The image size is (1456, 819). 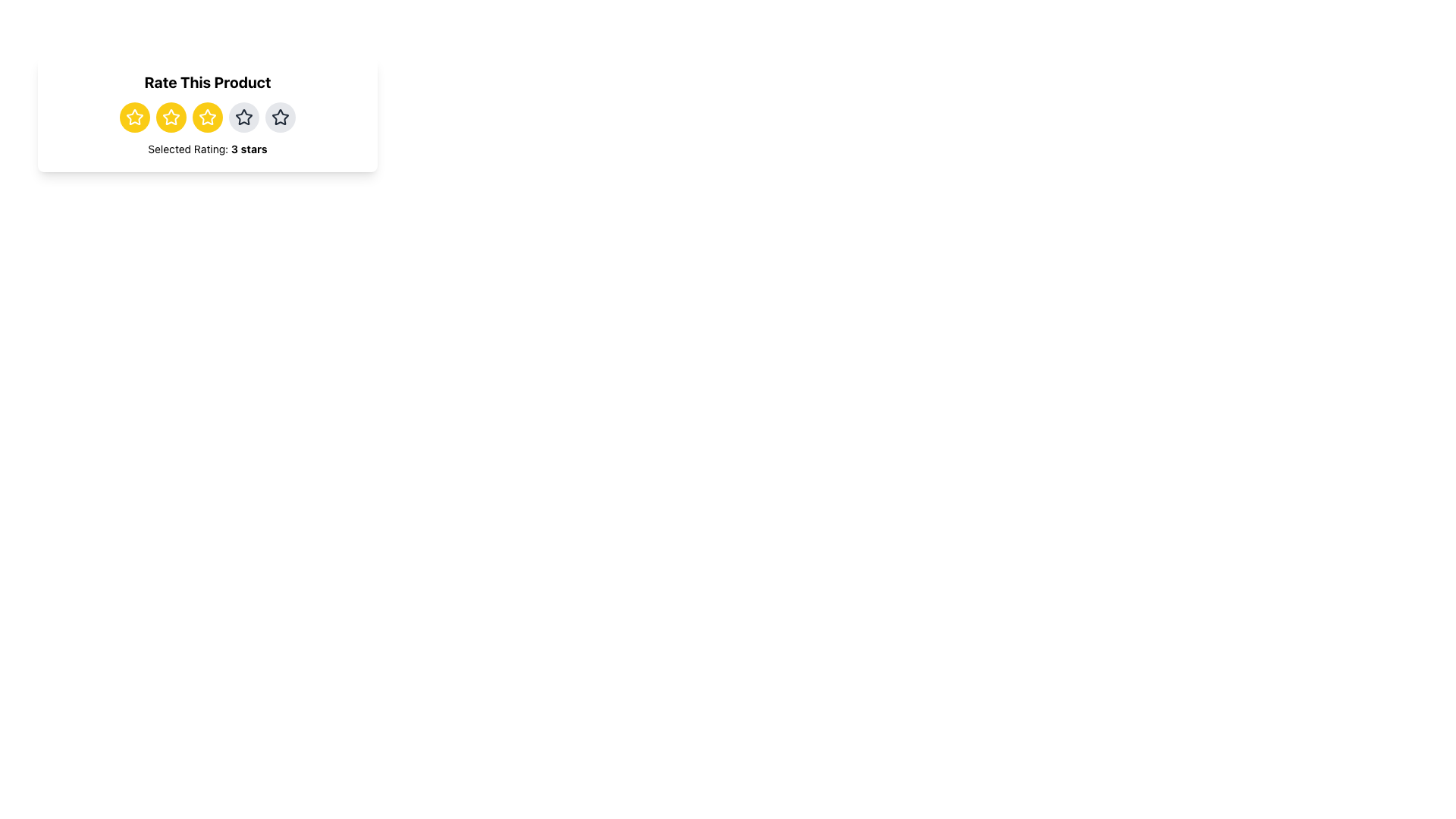 I want to click on the bold, large text label stating 'Rate This Product' at the top of the card layout, so click(x=206, y=82).